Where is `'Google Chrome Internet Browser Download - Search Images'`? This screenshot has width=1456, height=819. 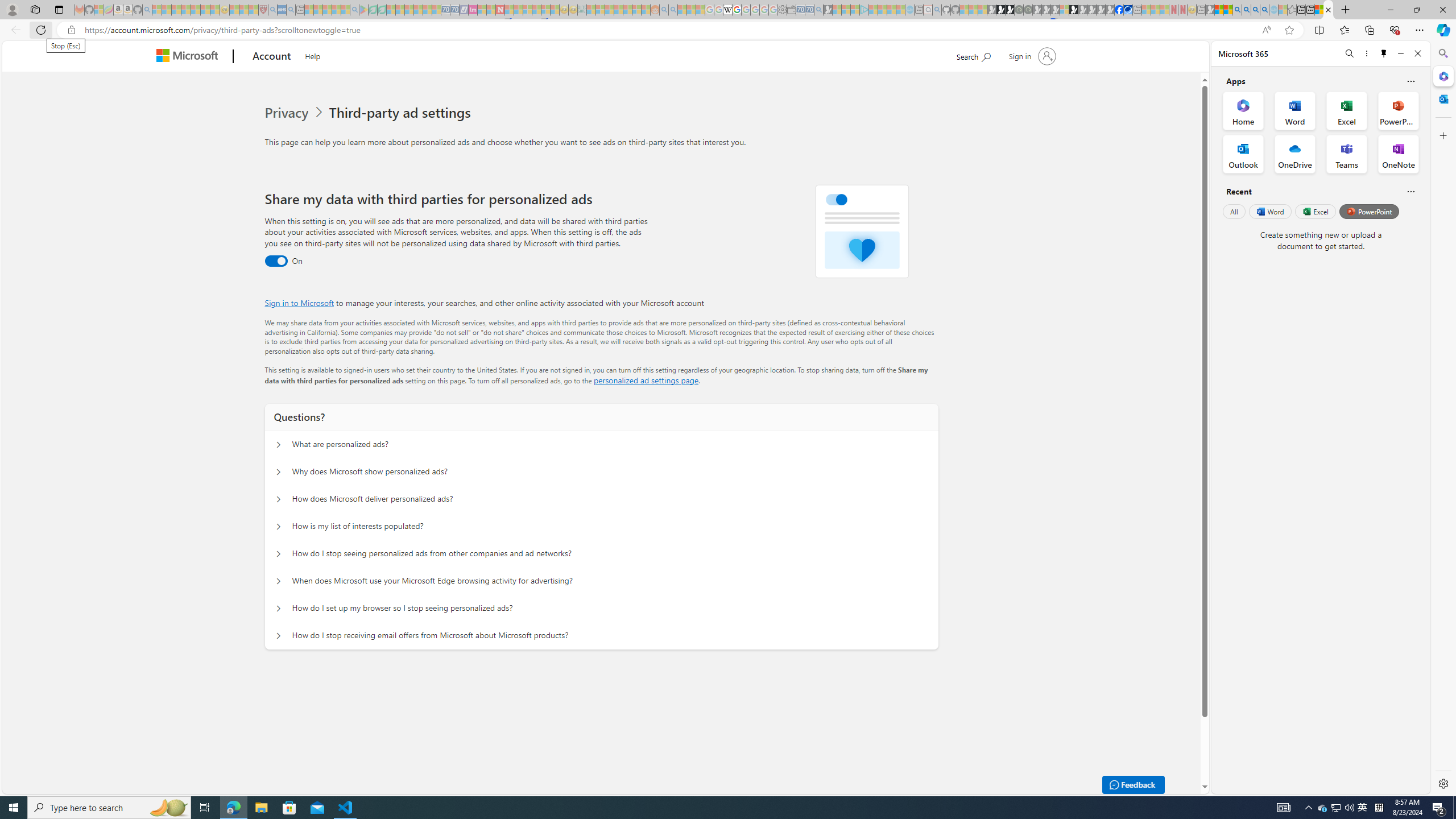
'Google Chrome Internet Browser Download - Search Images' is located at coordinates (1264, 9).